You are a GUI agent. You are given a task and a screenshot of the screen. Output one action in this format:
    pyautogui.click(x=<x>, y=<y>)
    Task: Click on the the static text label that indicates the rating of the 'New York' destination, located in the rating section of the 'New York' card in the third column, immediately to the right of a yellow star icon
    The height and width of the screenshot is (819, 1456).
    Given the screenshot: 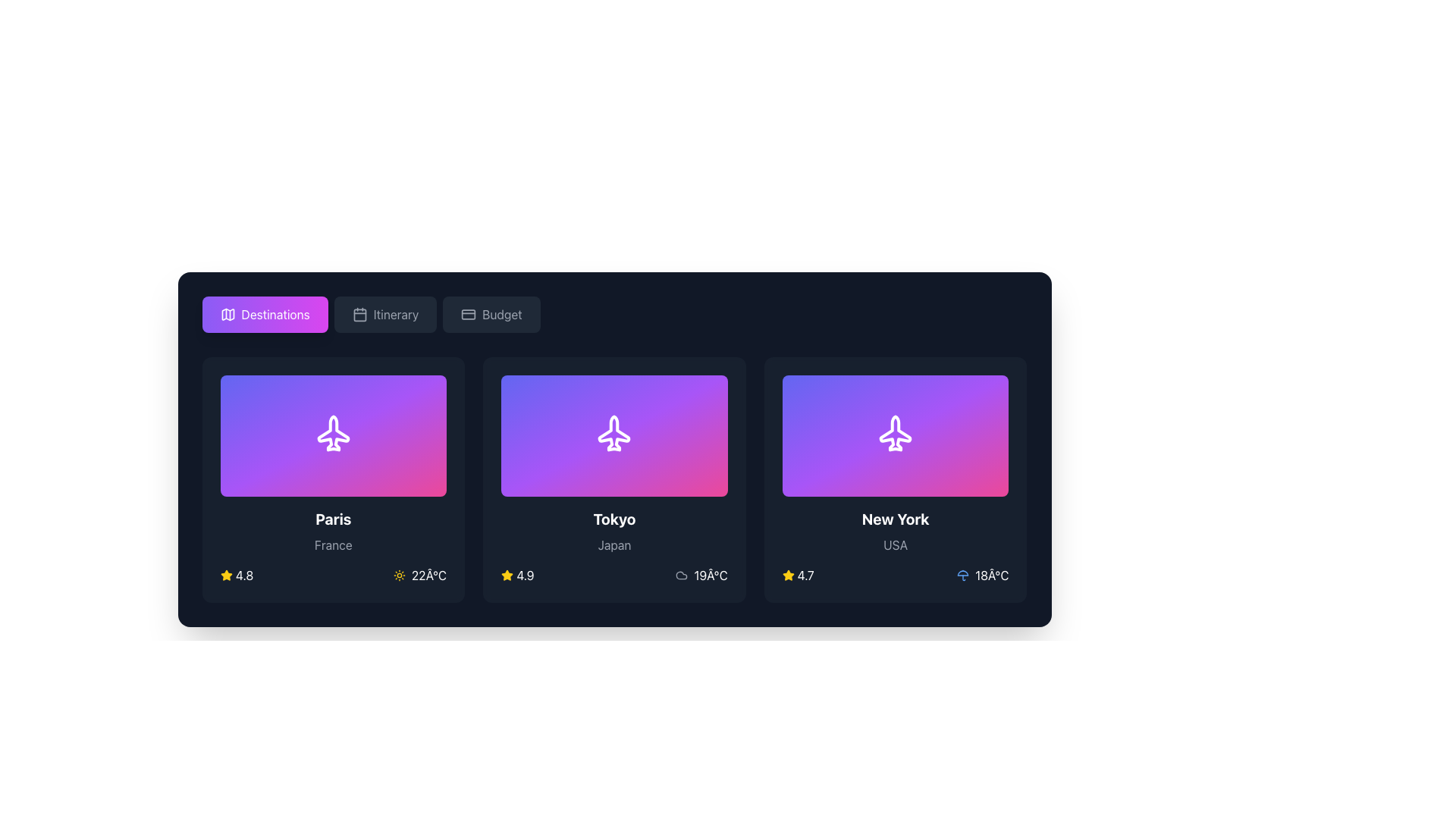 What is the action you would take?
    pyautogui.click(x=805, y=576)
    